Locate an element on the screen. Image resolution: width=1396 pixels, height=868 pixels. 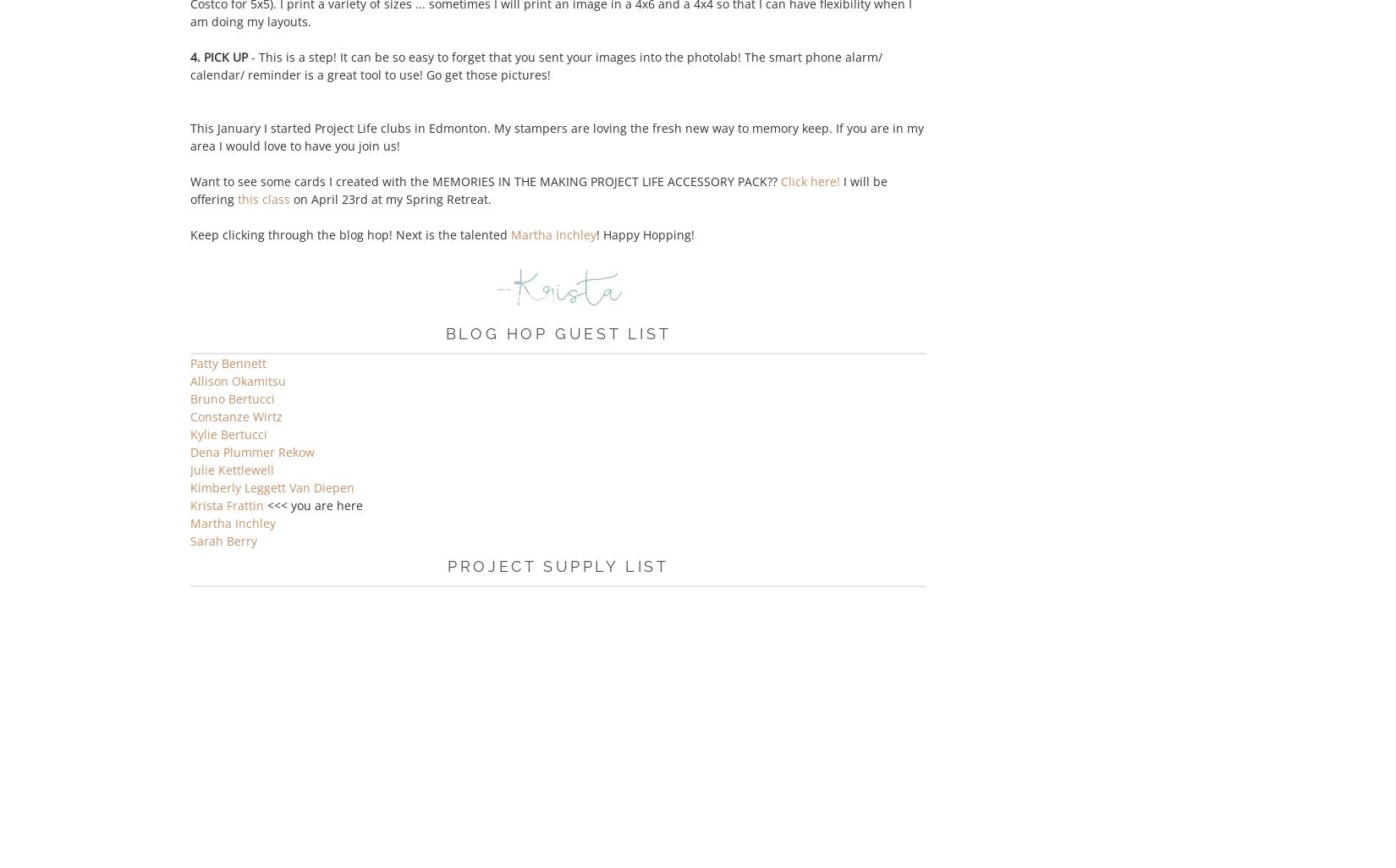
'Constanze Wirtz' is located at coordinates (236, 415).